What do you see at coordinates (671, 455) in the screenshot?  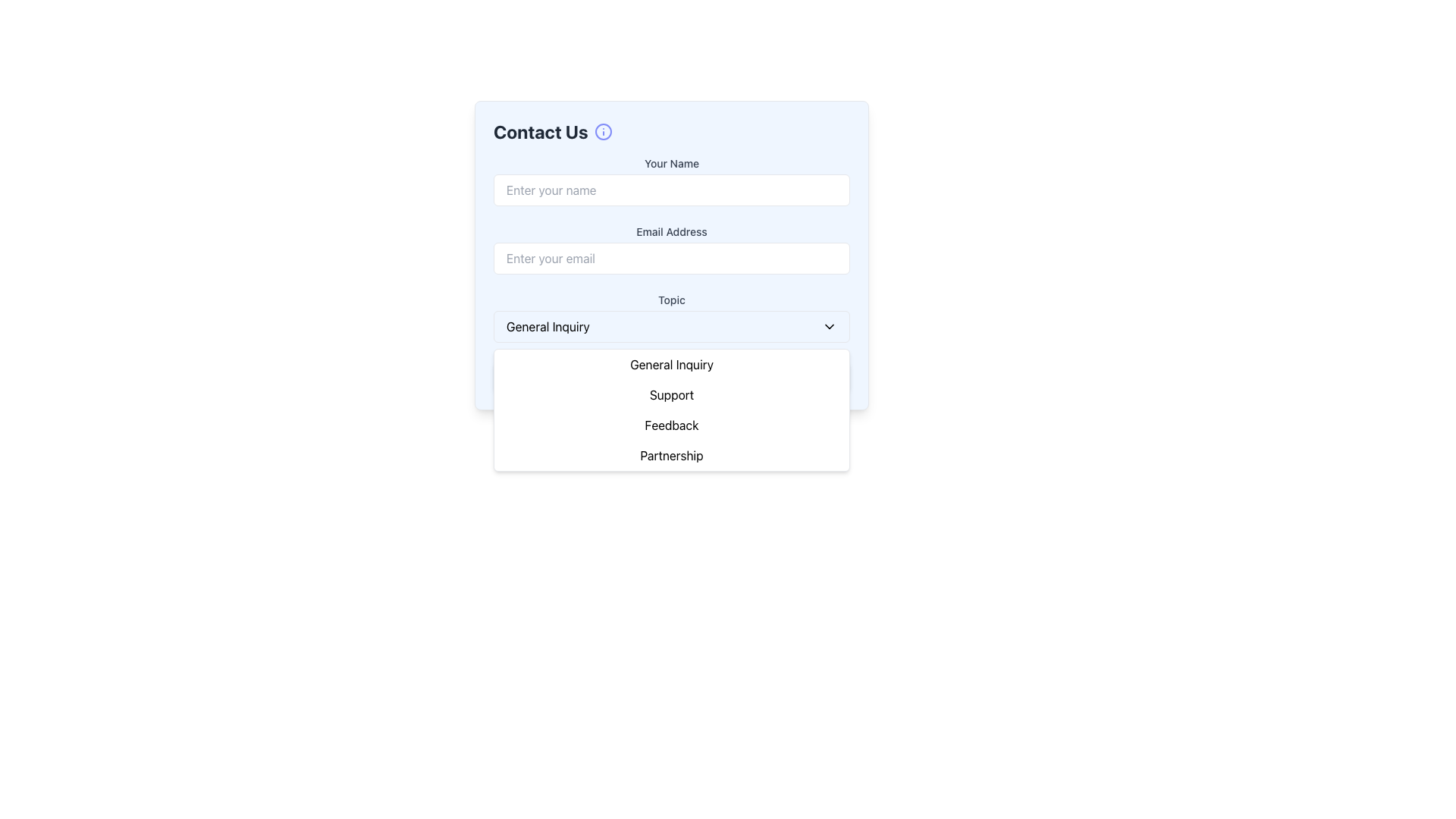 I see `the text item reading 'Partnership' in the dropdown menu to trigger the light indigo hover effect` at bounding box center [671, 455].